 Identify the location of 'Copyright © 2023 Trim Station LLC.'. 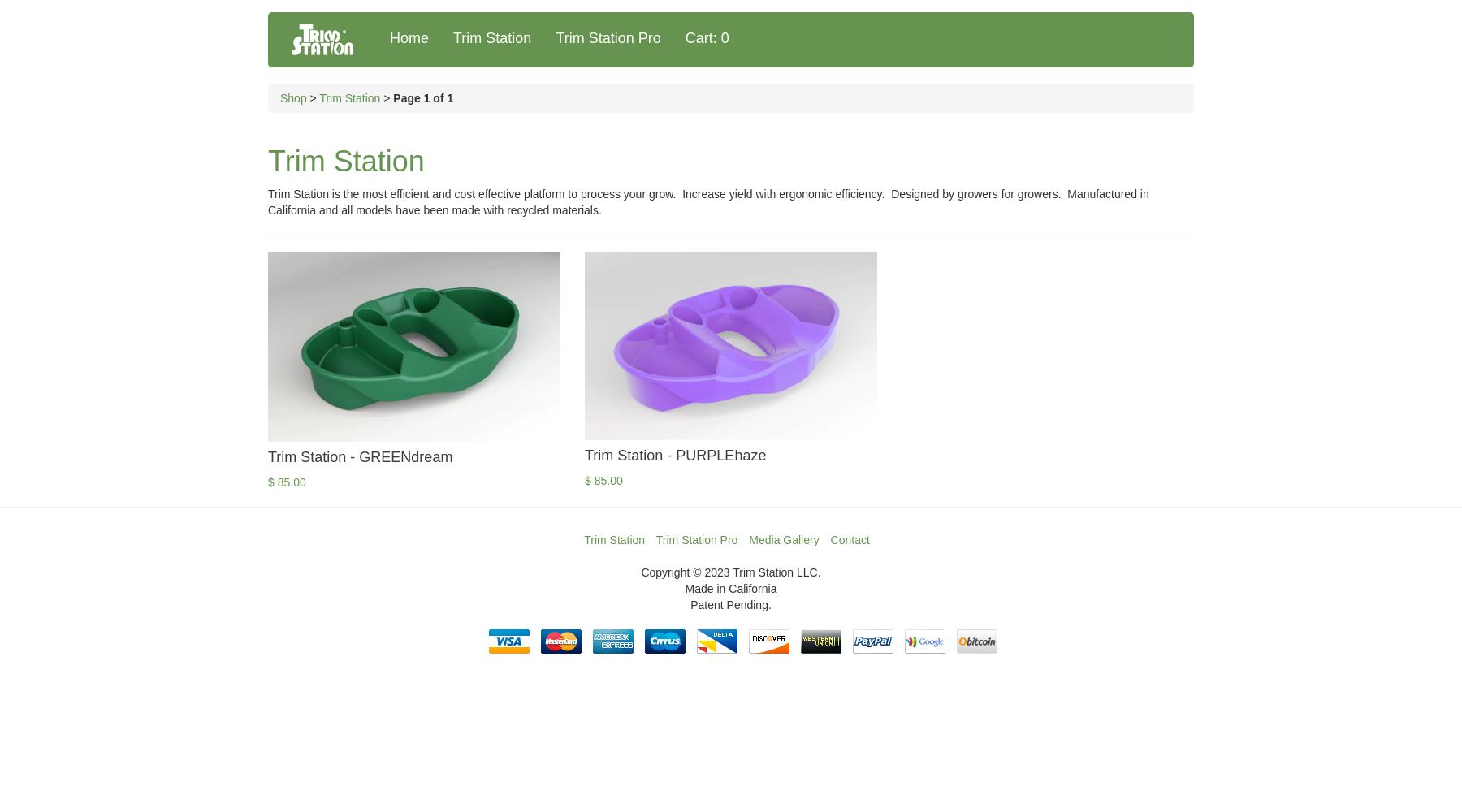
(730, 572).